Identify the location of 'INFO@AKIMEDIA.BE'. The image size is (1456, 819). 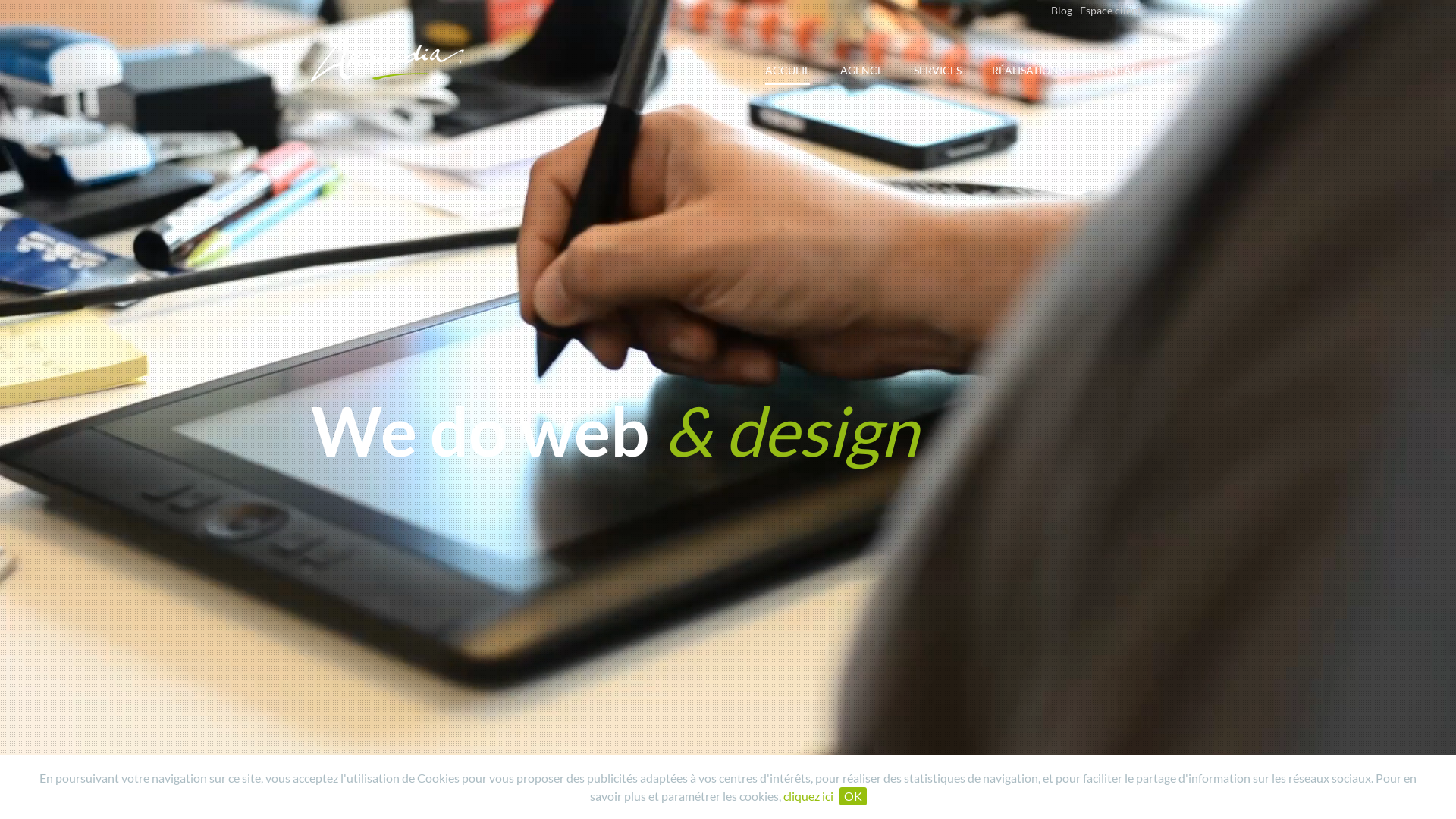
(309, 787).